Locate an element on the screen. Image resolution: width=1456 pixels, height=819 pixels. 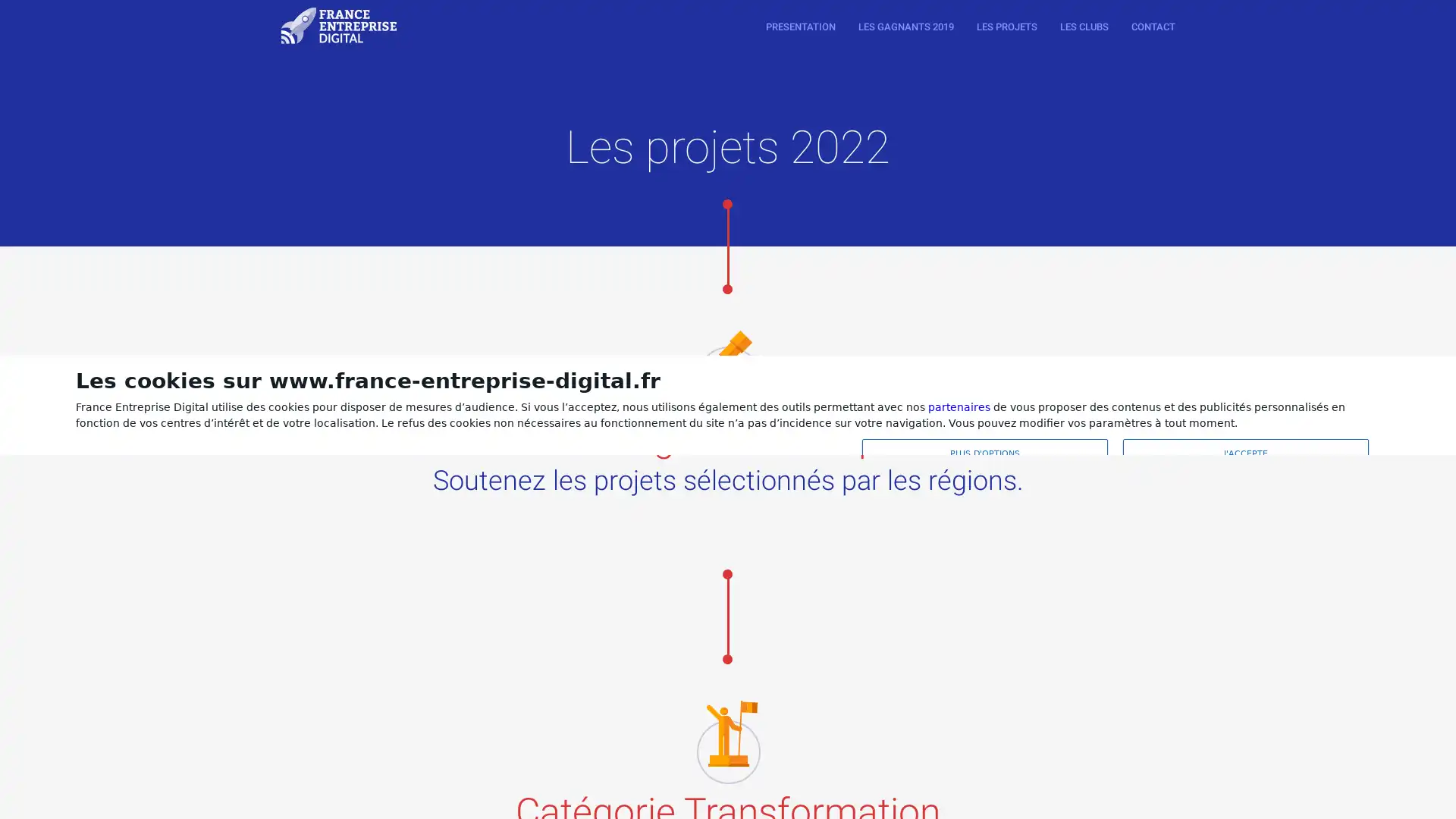
PLUS D'OPTIONS is located at coordinates (983, 450).